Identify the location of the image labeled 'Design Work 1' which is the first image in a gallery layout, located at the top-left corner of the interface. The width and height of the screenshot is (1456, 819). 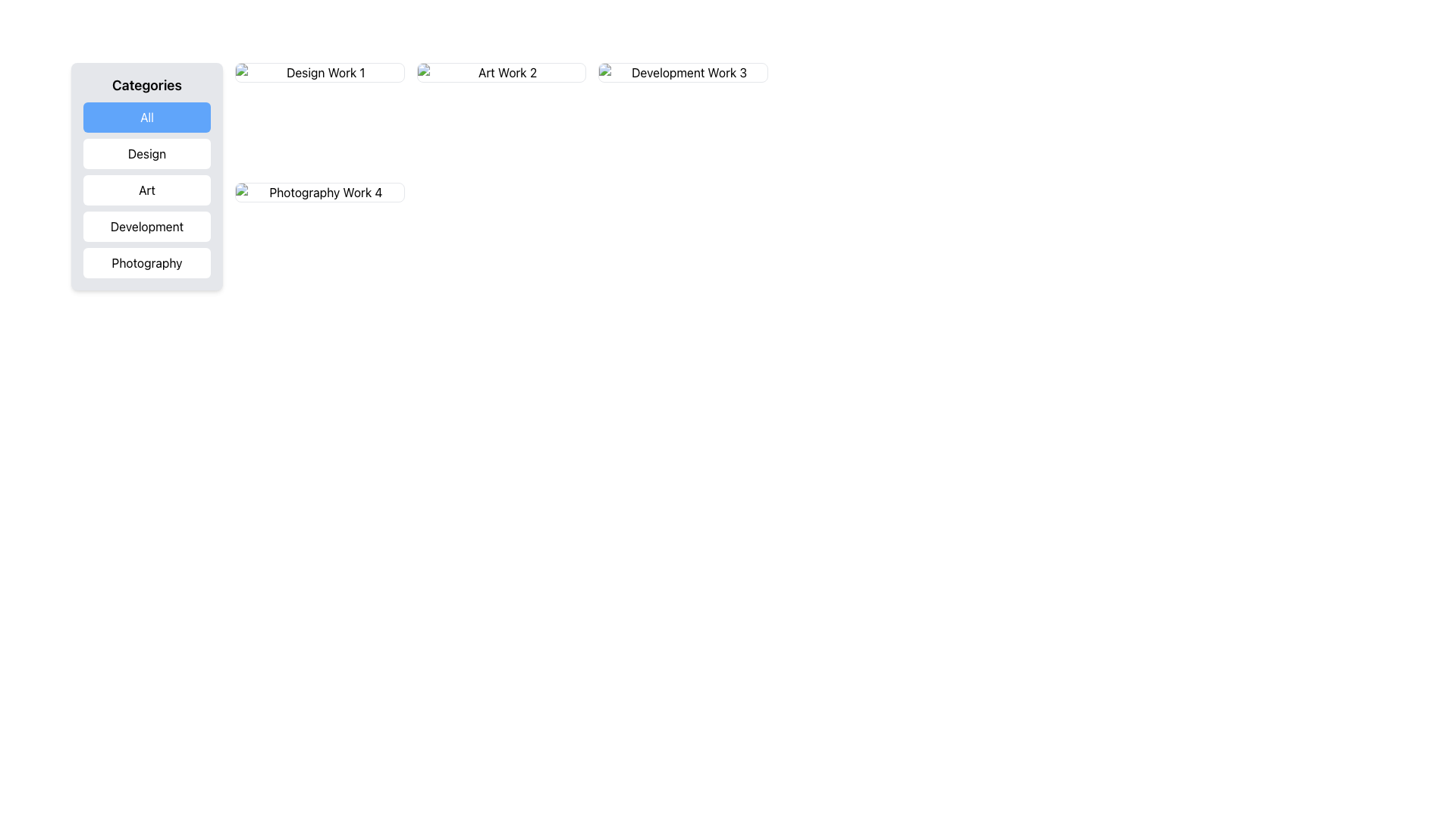
(318, 73).